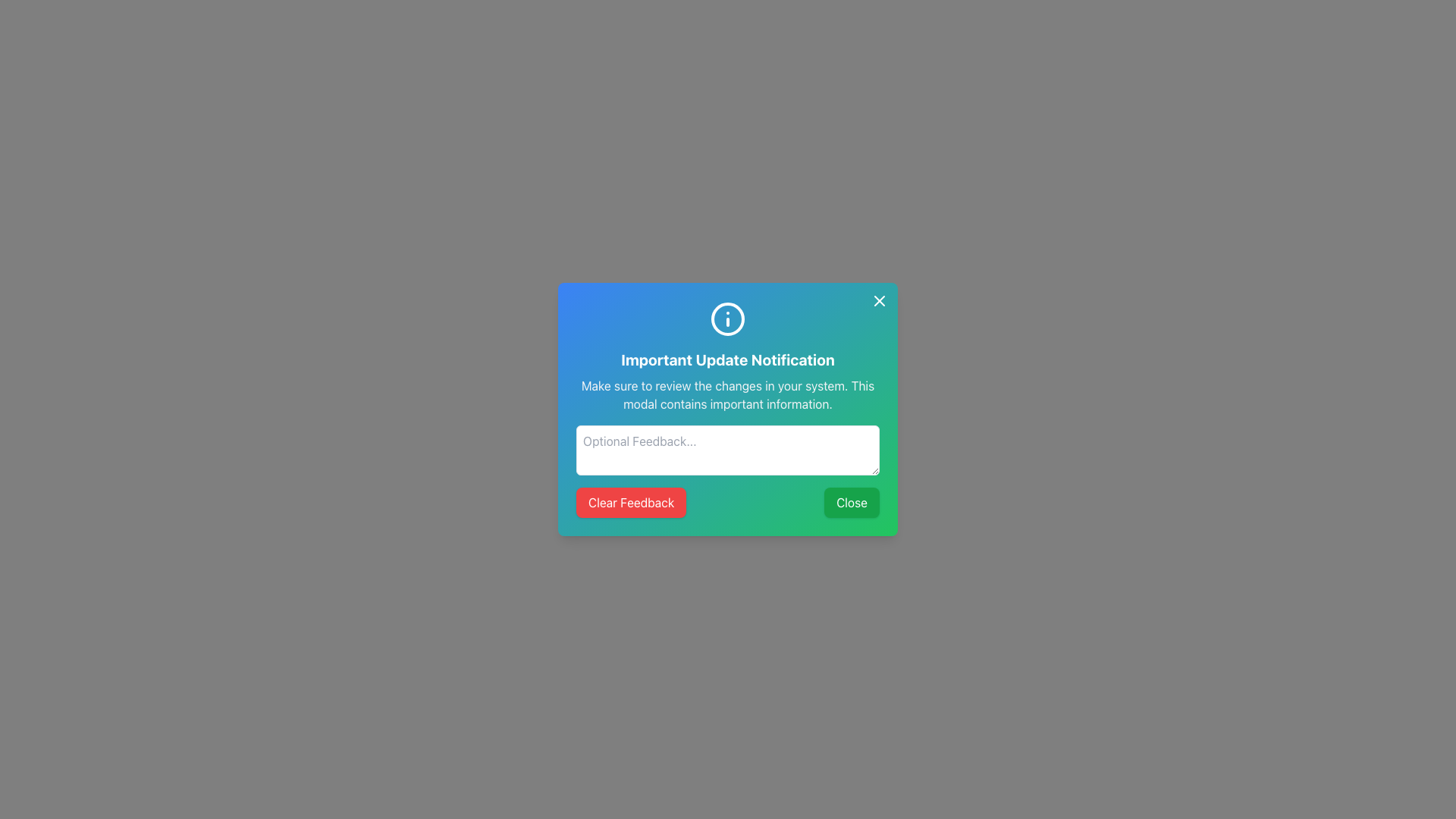  I want to click on the clear/reset button located at the bottom-left of the modal to clear any text inputted in the feedback field, so click(630, 503).